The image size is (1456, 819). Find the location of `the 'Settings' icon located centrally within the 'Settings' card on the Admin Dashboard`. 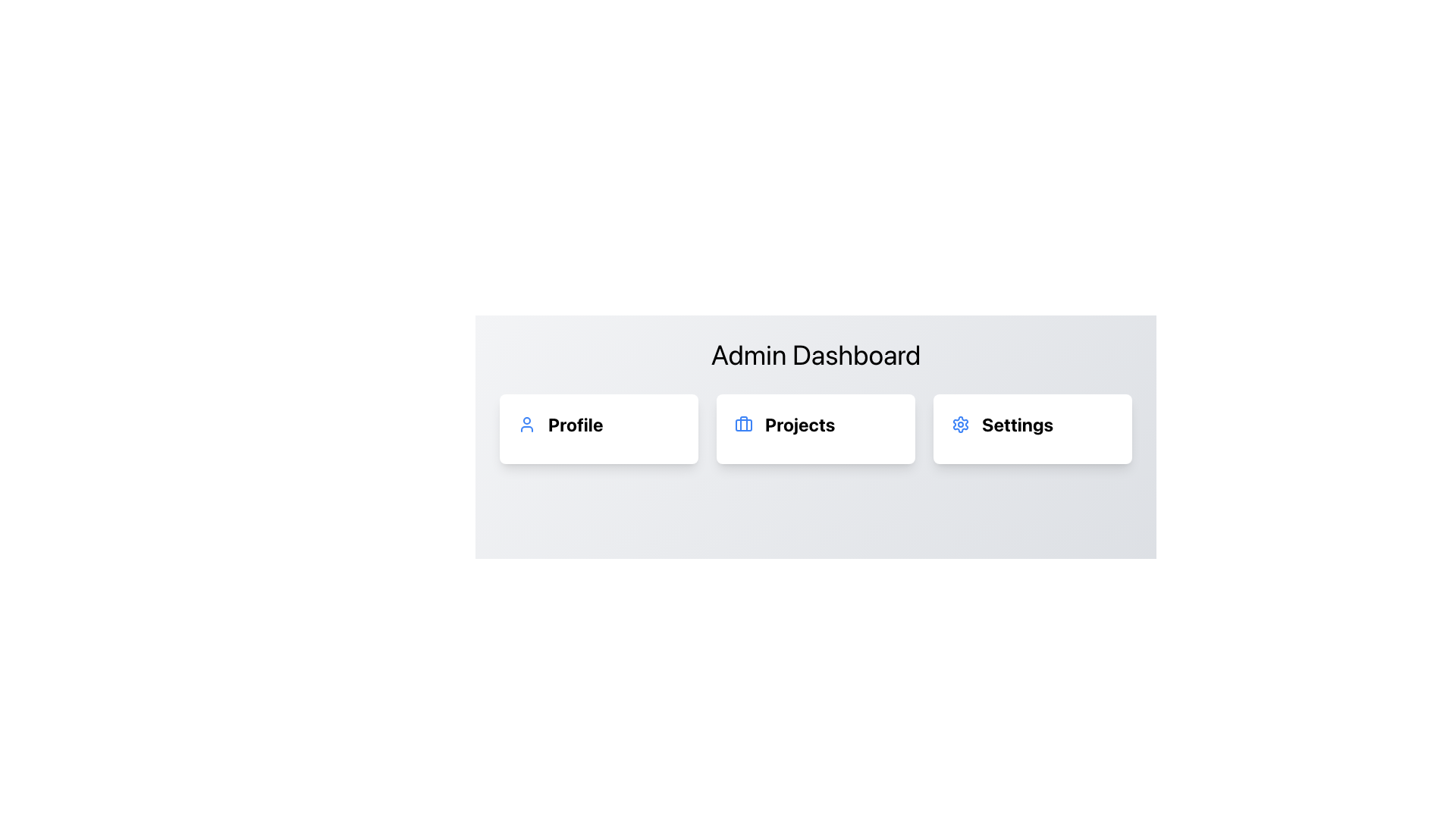

the 'Settings' icon located centrally within the 'Settings' card on the Admin Dashboard is located at coordinates (960, 424).